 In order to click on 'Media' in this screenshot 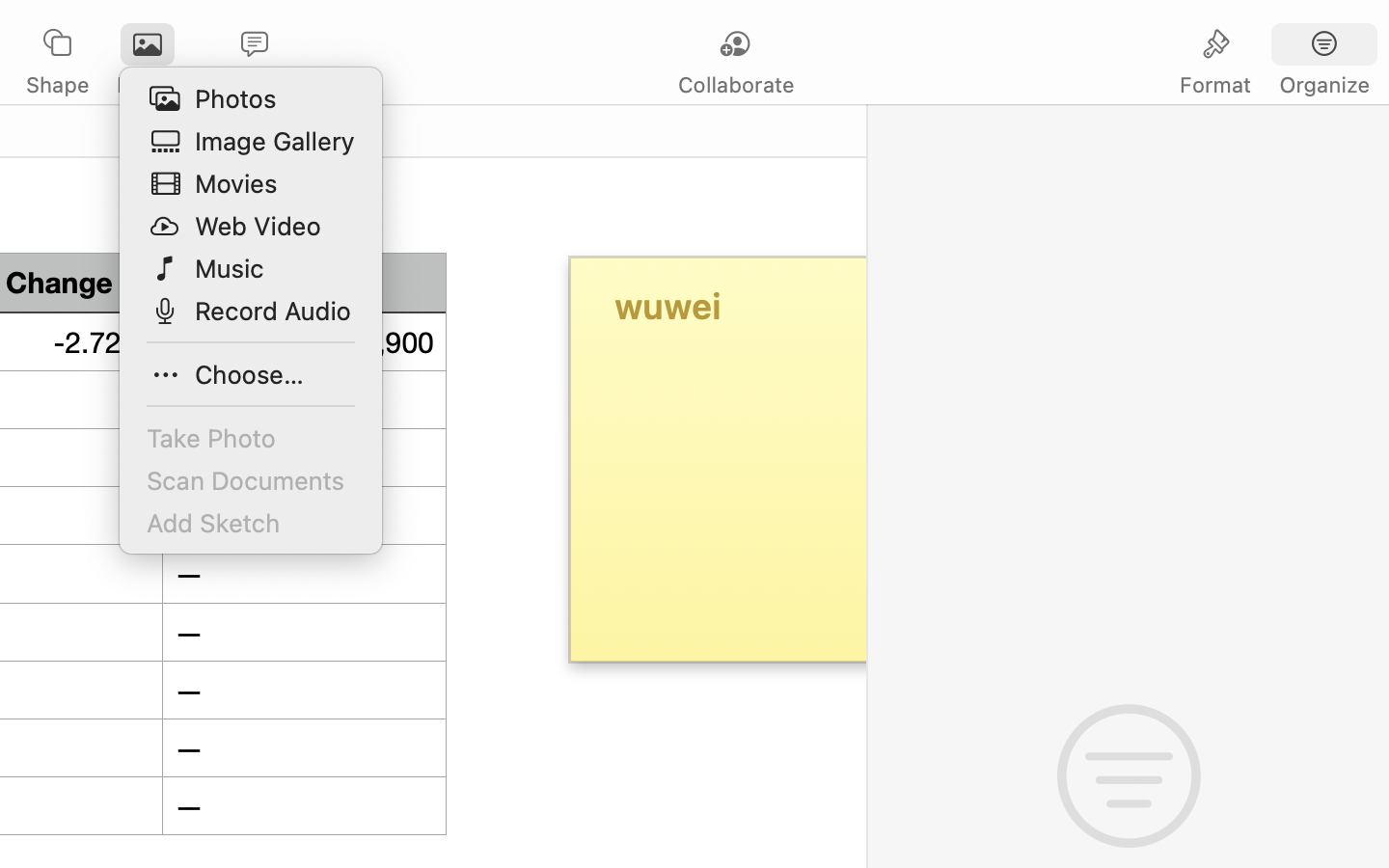, I will do `click(146, 84)`.